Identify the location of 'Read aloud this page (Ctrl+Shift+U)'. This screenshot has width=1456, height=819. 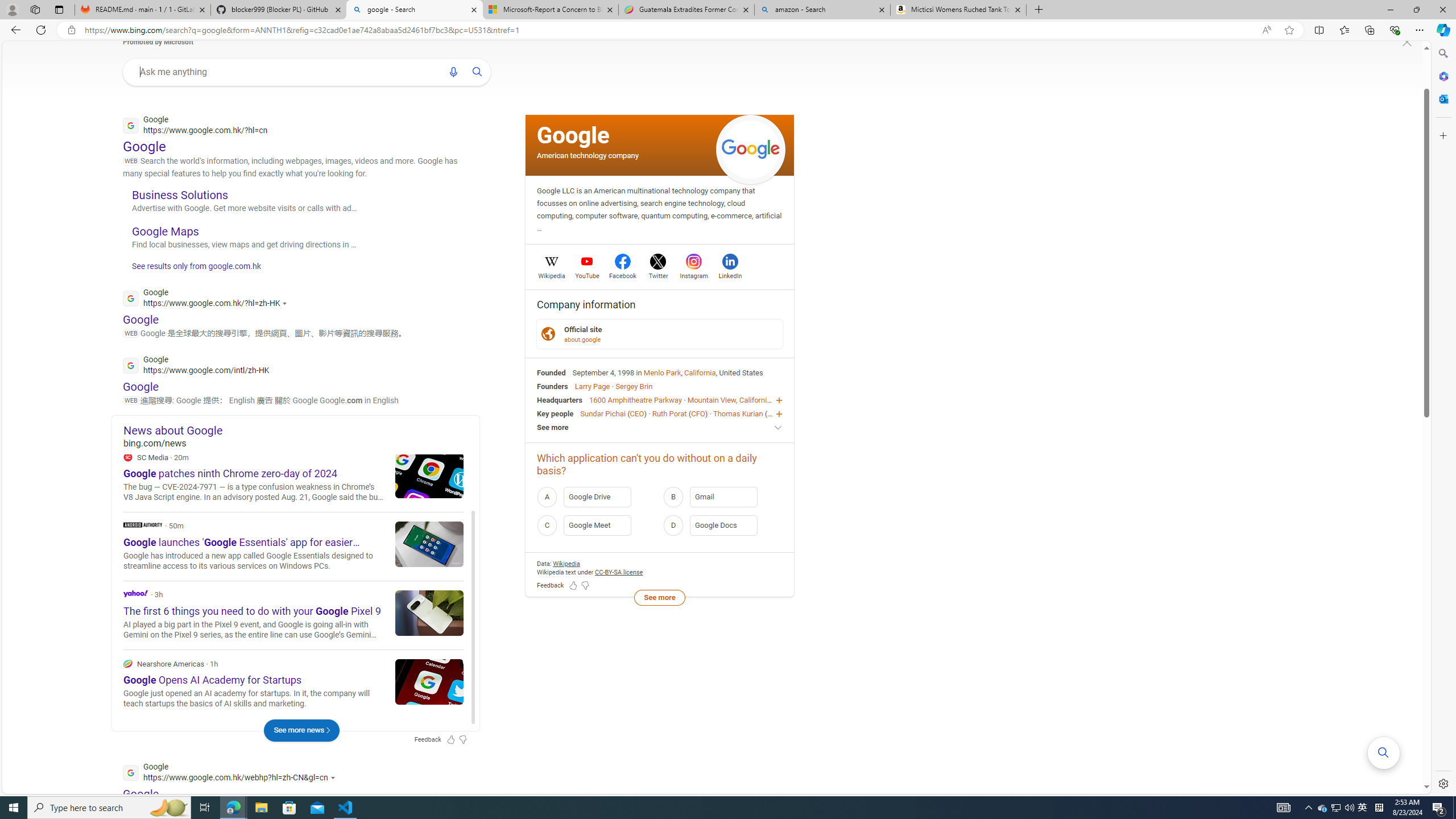
(1266, 30).